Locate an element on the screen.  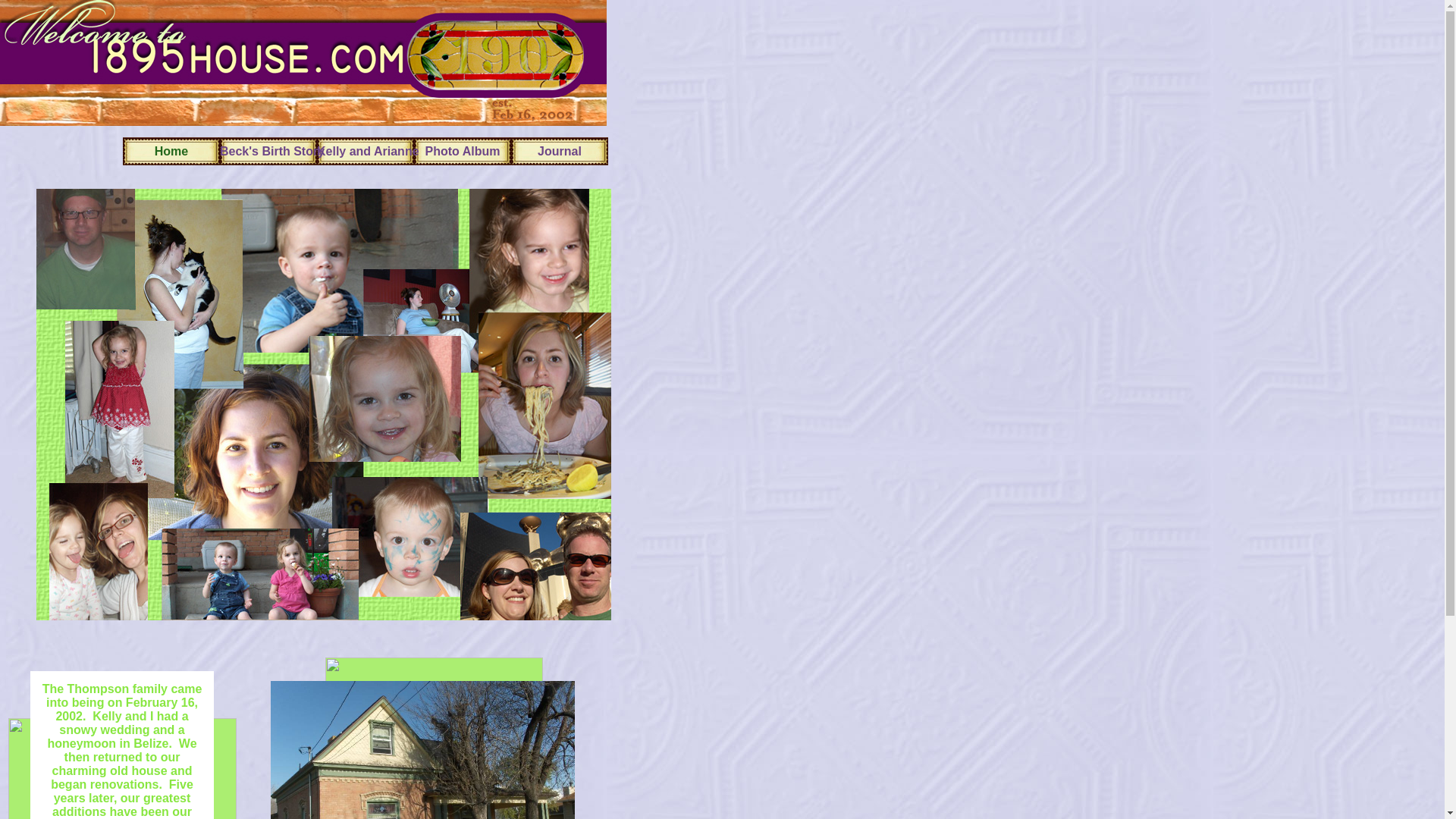
'Beck's Birth Story' is located at coordinates (218, 151).